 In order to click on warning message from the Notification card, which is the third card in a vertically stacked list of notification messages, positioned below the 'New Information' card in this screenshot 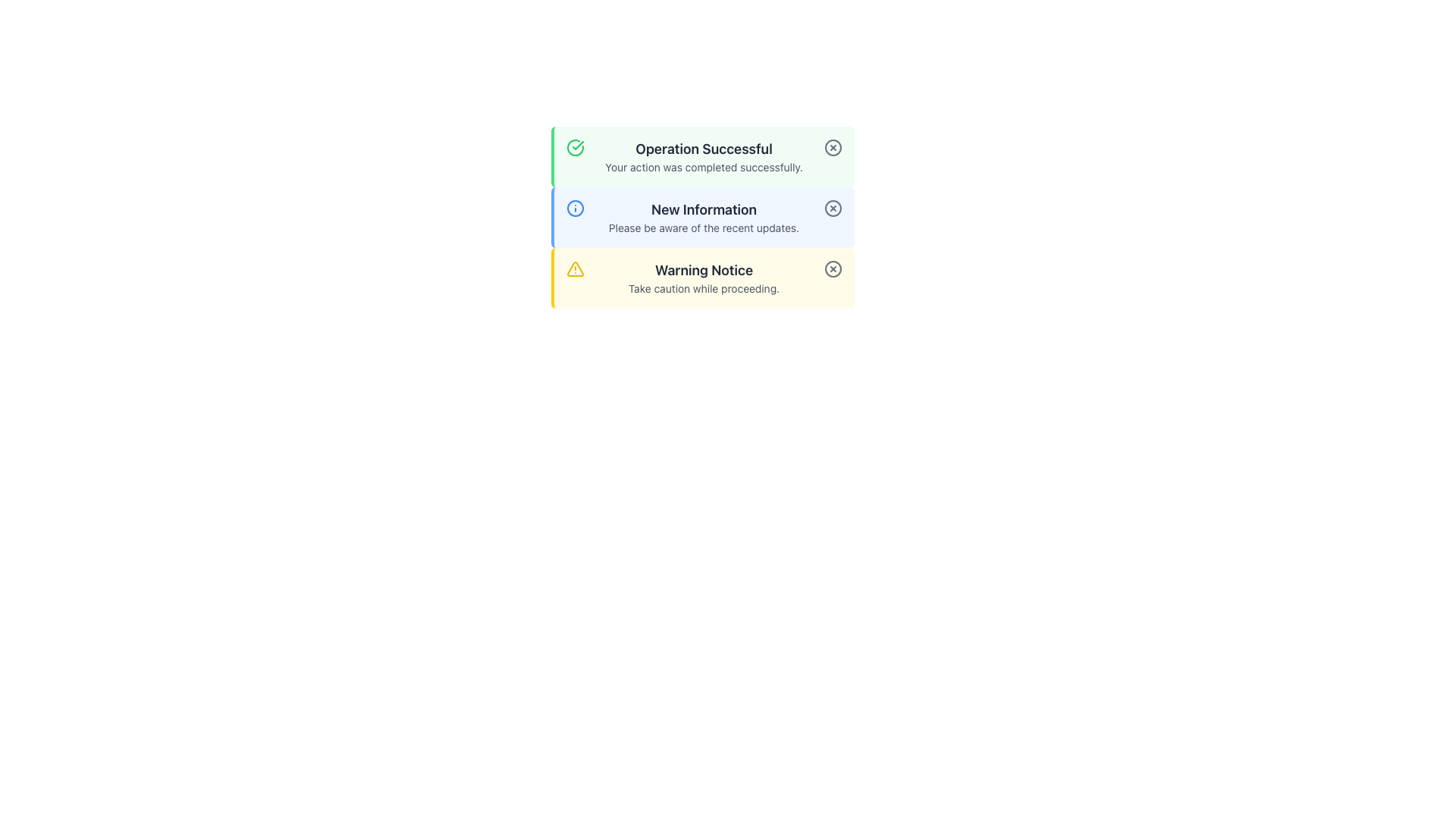, I will do `click(701, 278)`.